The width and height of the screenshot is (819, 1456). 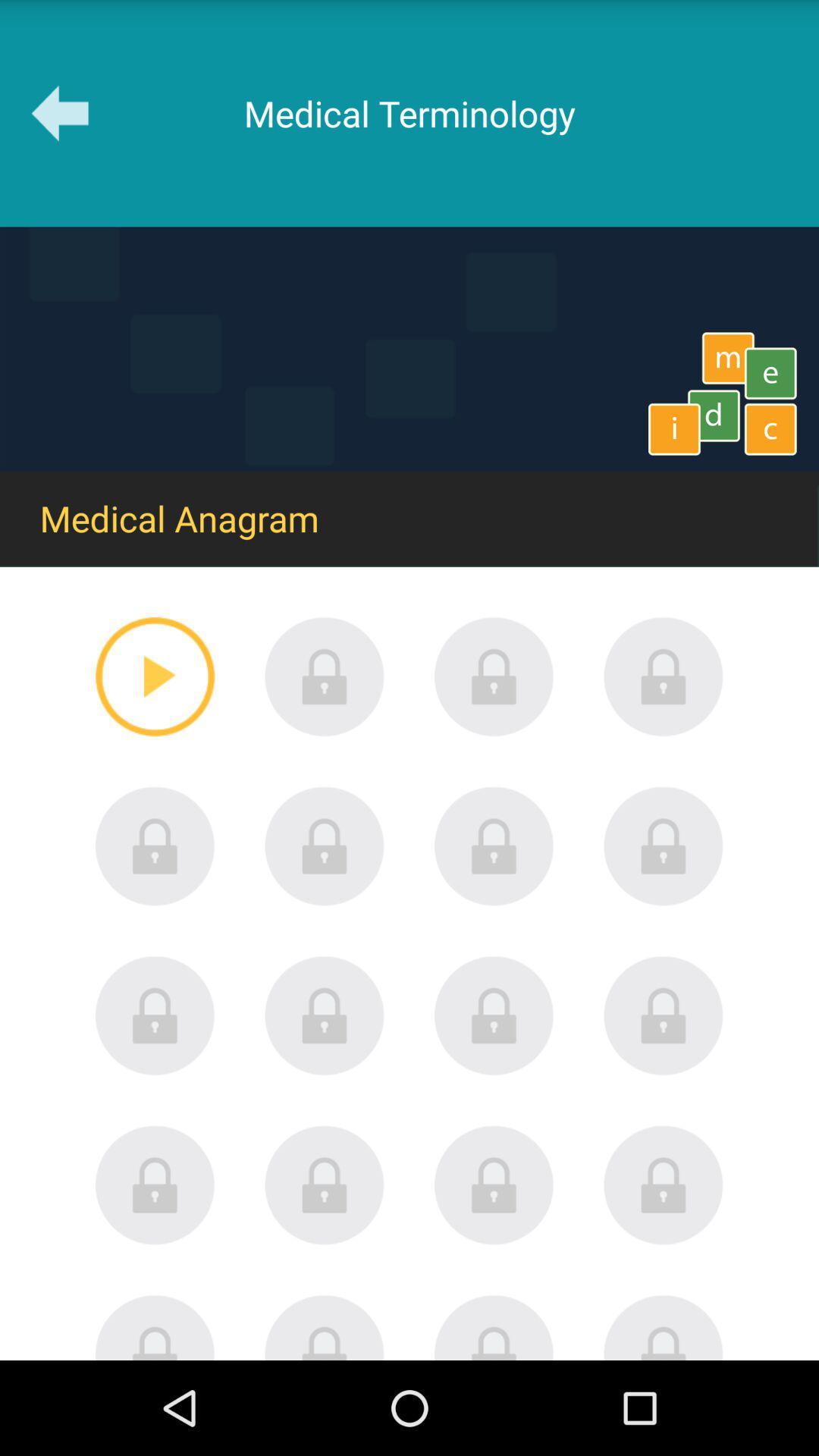 What do you see at coordinates (155, 1185) in the screenshot?
I see `open file` at bounding box center [155, 1185].